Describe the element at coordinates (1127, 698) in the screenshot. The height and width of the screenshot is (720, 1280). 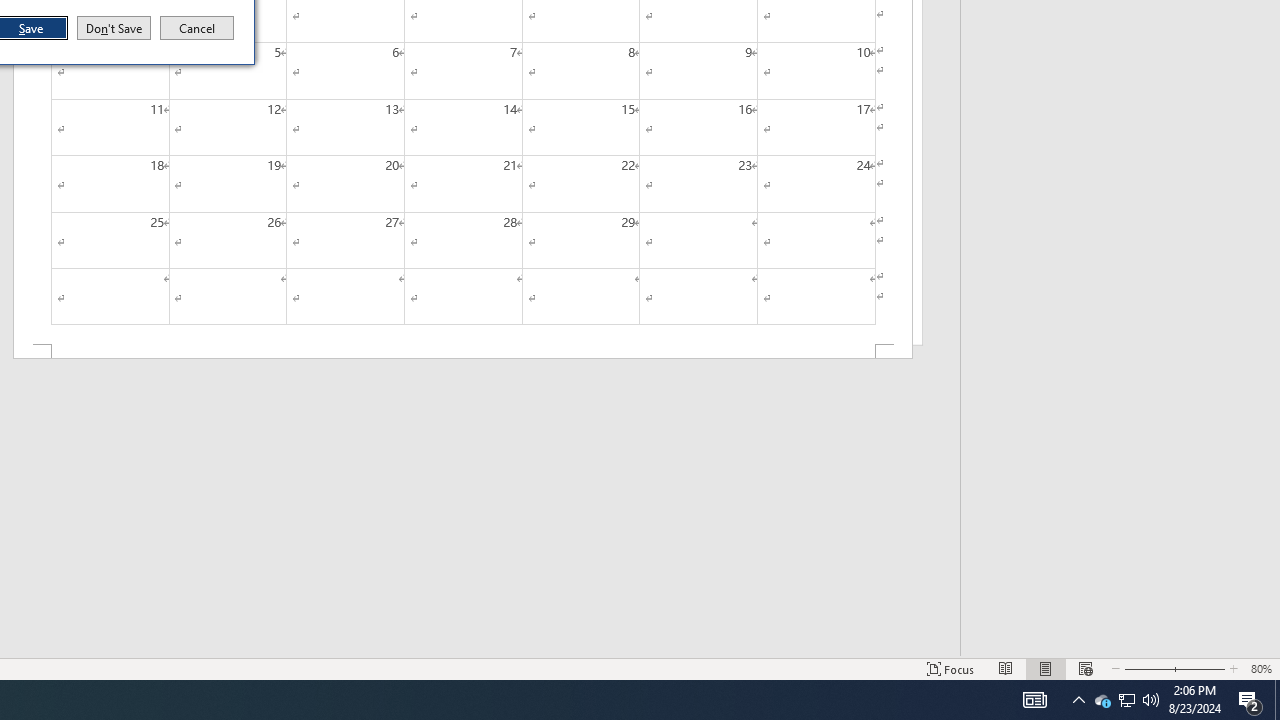
I see `'Notification Chevron'` at that location.